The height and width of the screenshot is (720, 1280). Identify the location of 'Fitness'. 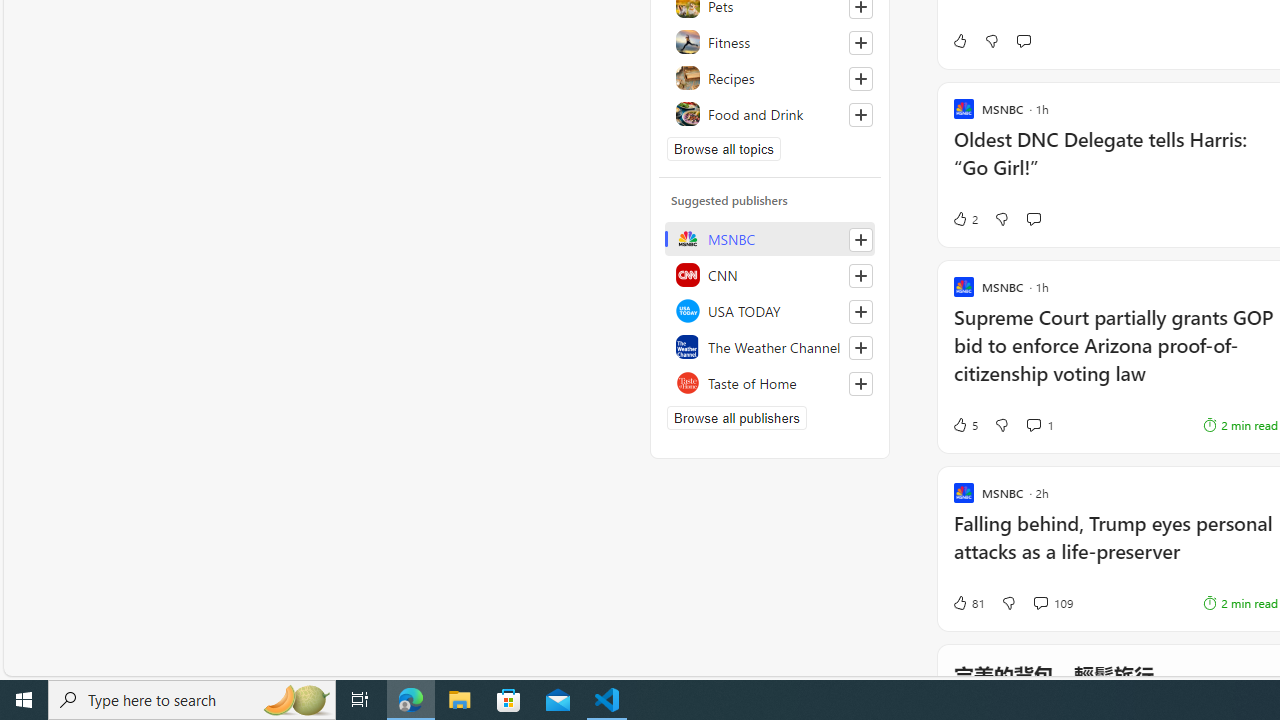
(769, 42).